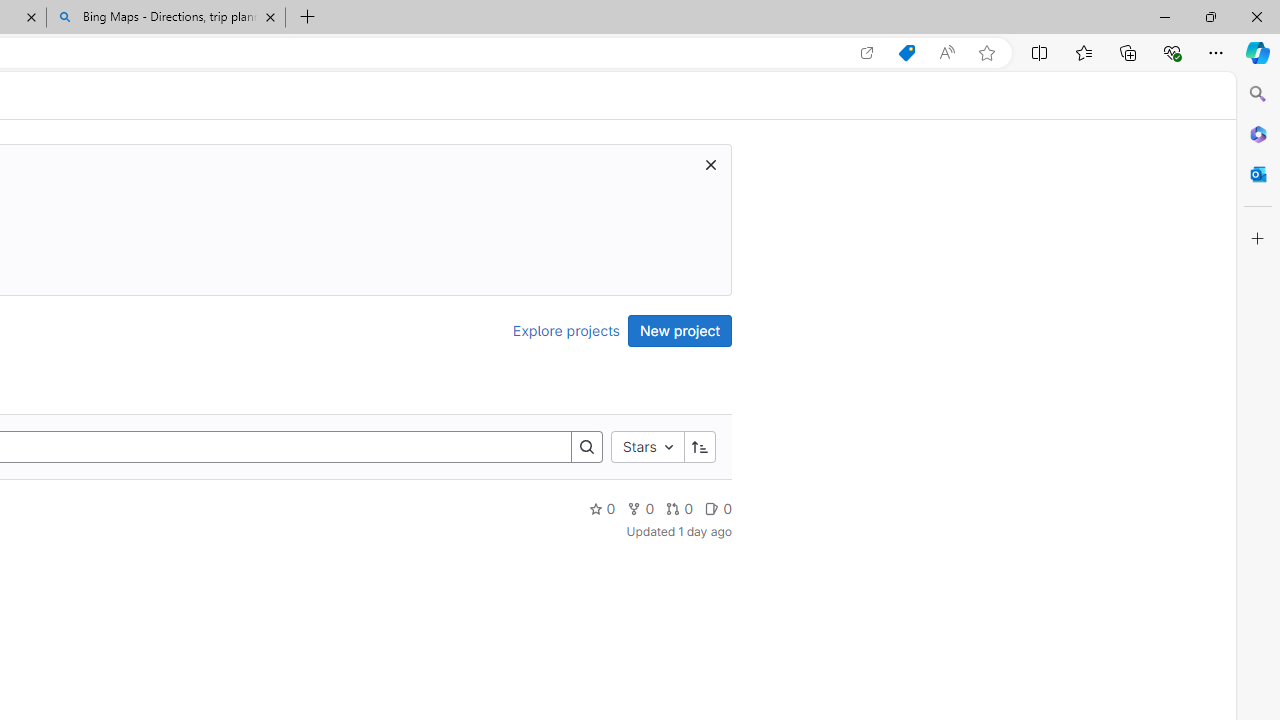  Describe the element at coordinates (564, 329) in the screenshot. I see `'Explore projects'` at that location.